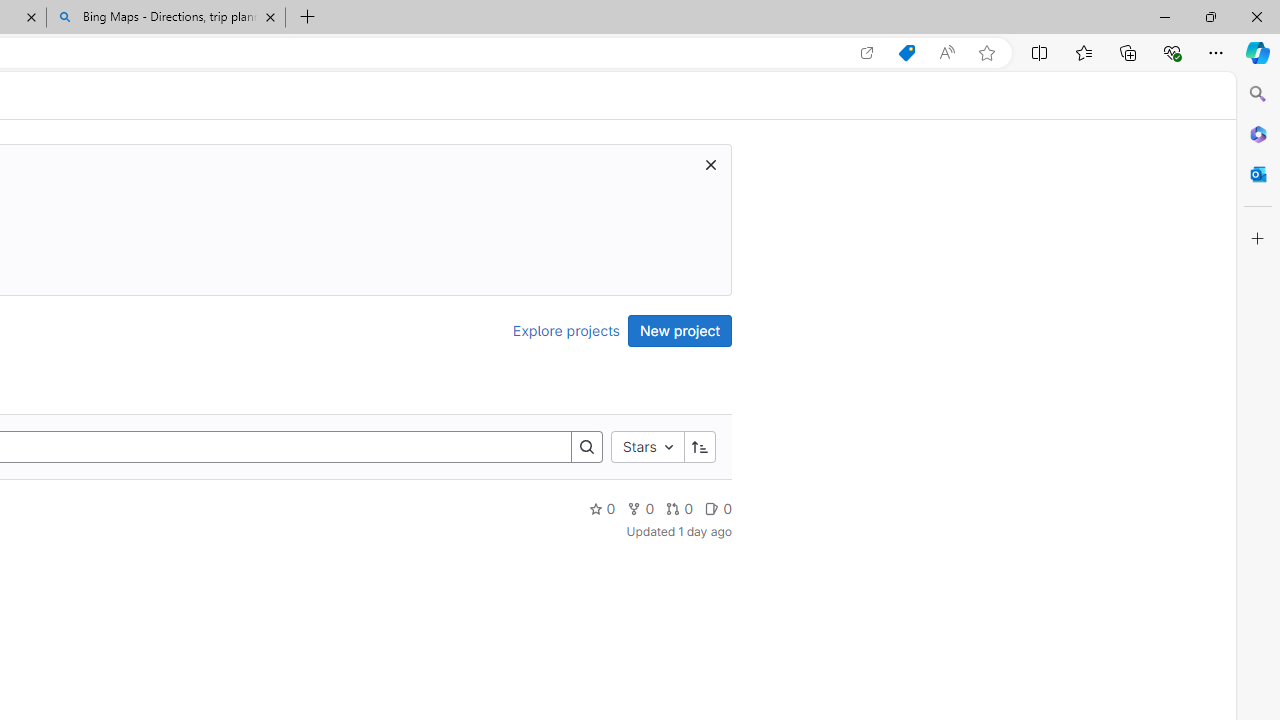  Describe the element at coordinates (564, 329) in the screenshot. I see `'Explore projects'` at that location.